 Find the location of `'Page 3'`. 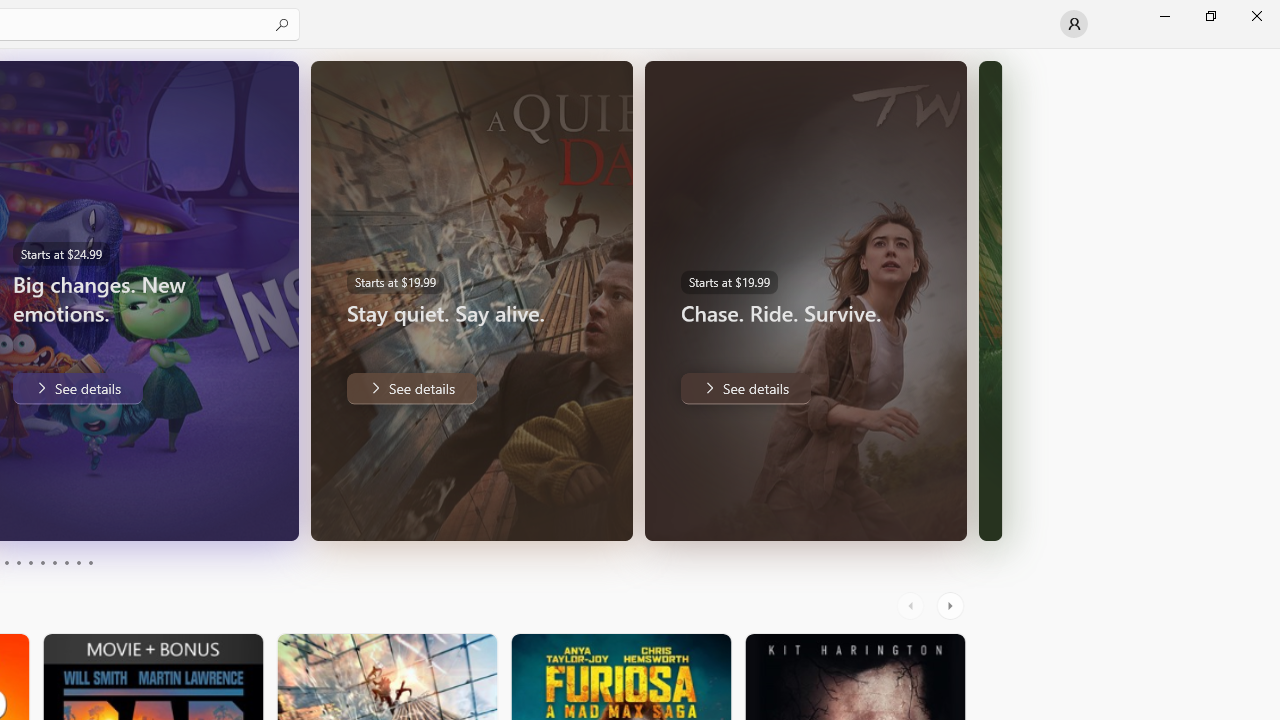

'Page 3' is located at coordinates (5, 563).